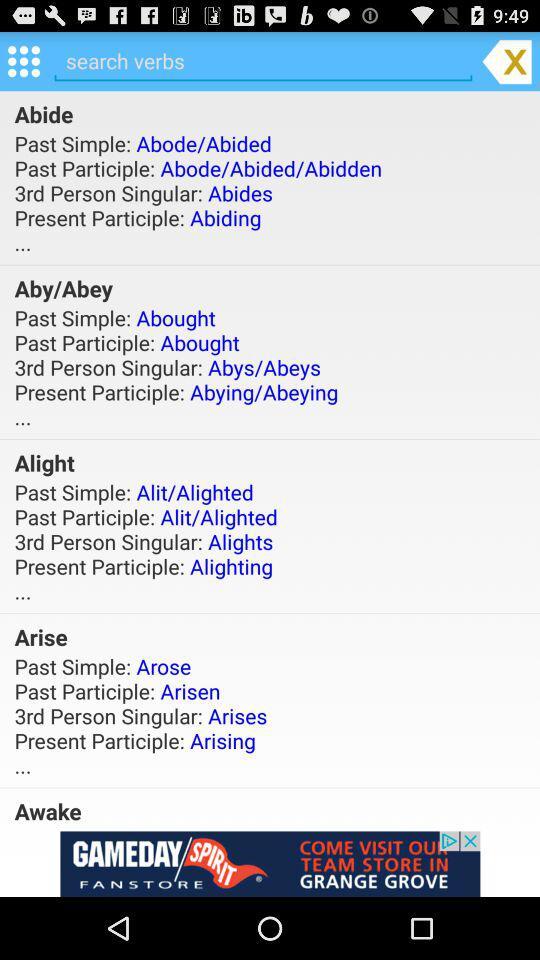 This screenshot has width=540, height=960. What do you see at coordinates (22, 59) in the screenshot?
I see `options button` at bounding box center [22, 59].